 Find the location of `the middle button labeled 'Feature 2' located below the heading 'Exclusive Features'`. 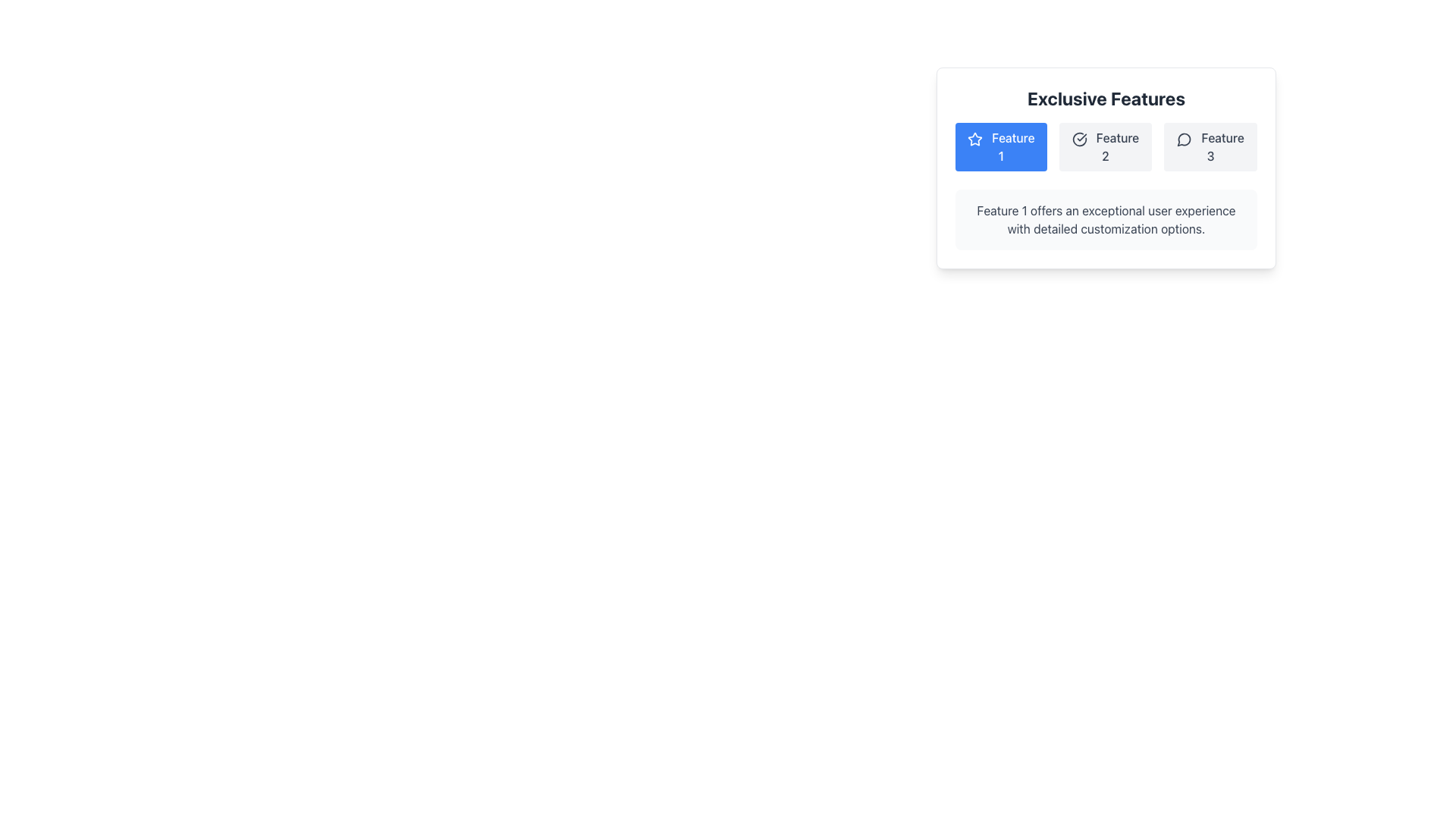

the middle button labeled 'Feature 2' located below the heading 'Exclusive Features' is located at coordinates (1106, 146).